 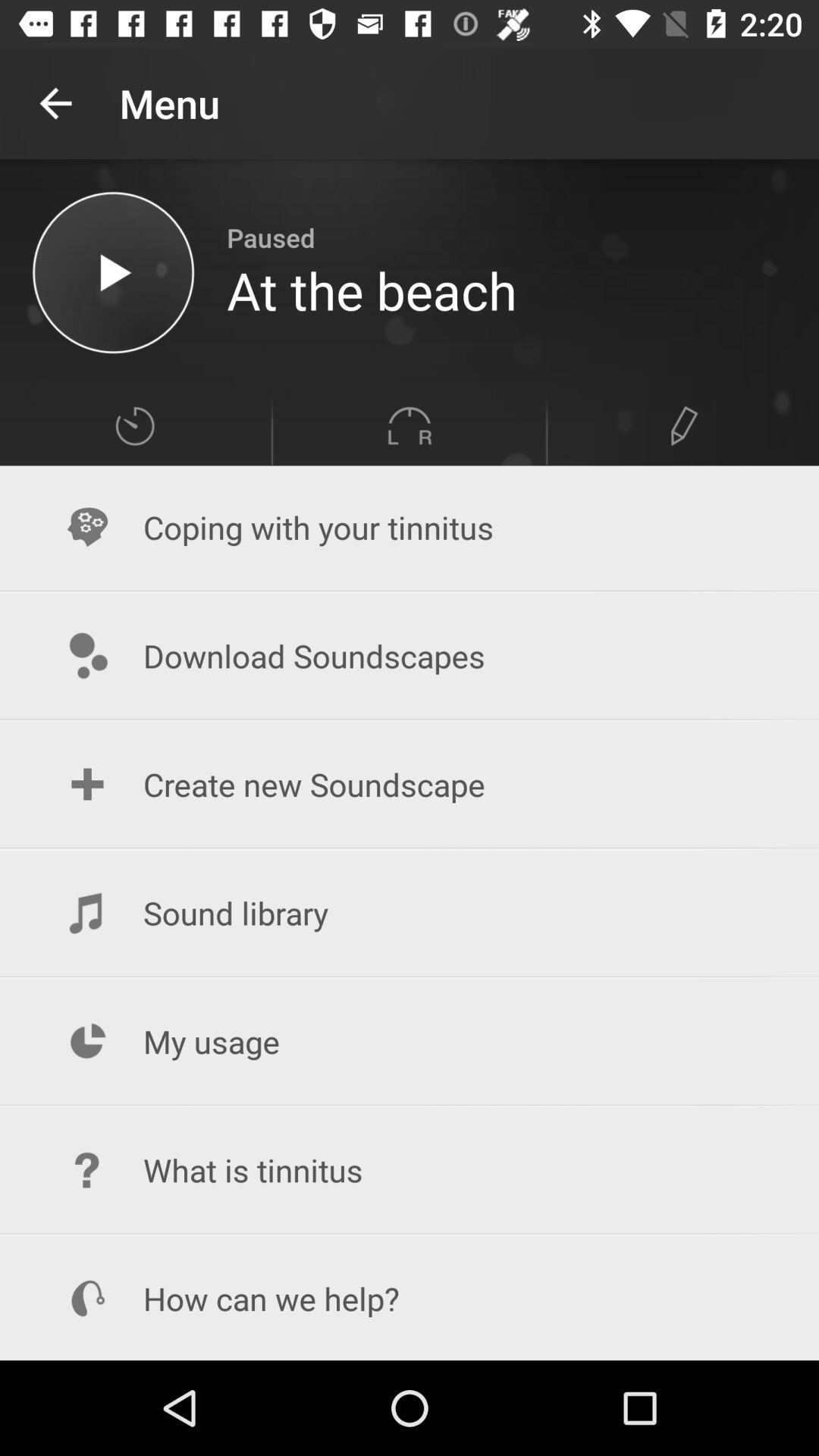 What do you see at coordinates (133, 425) in the screenshot?
I see `change speed` at bounding box center [133, 425].